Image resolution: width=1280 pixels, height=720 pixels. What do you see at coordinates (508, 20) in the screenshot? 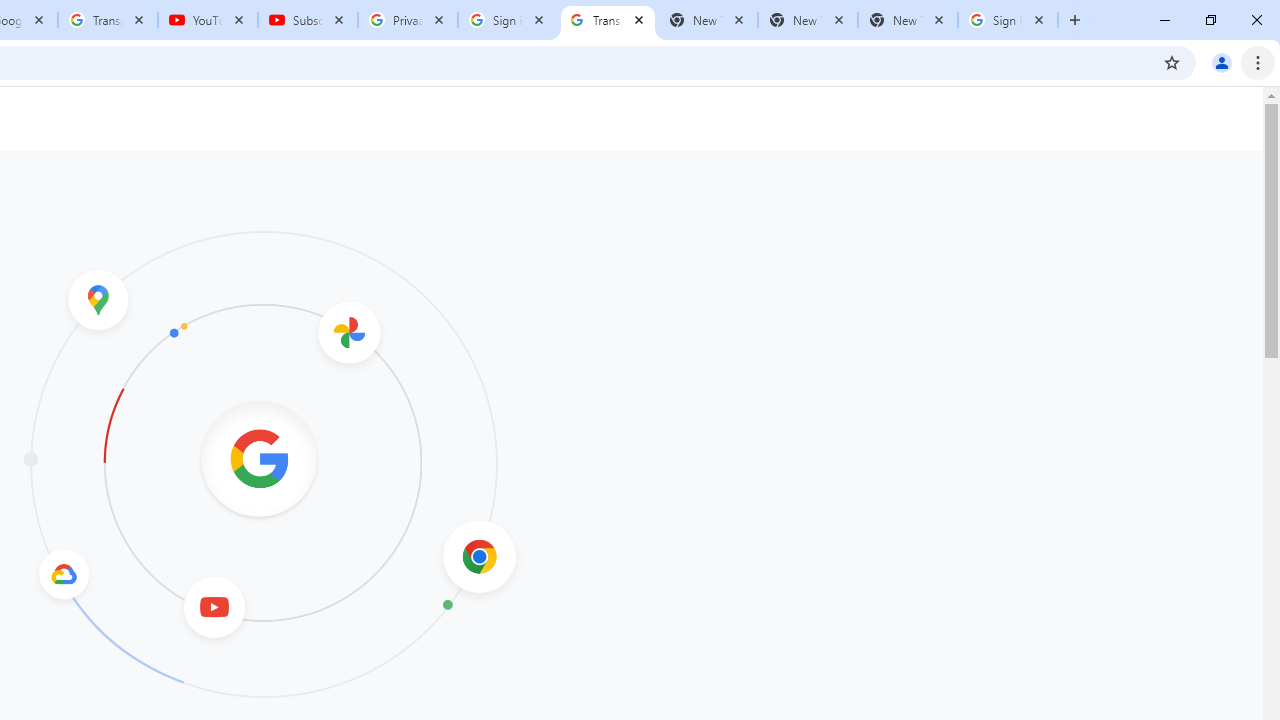
I see `'Sign in - Google Accounts'` at bounding box center [508, 20].